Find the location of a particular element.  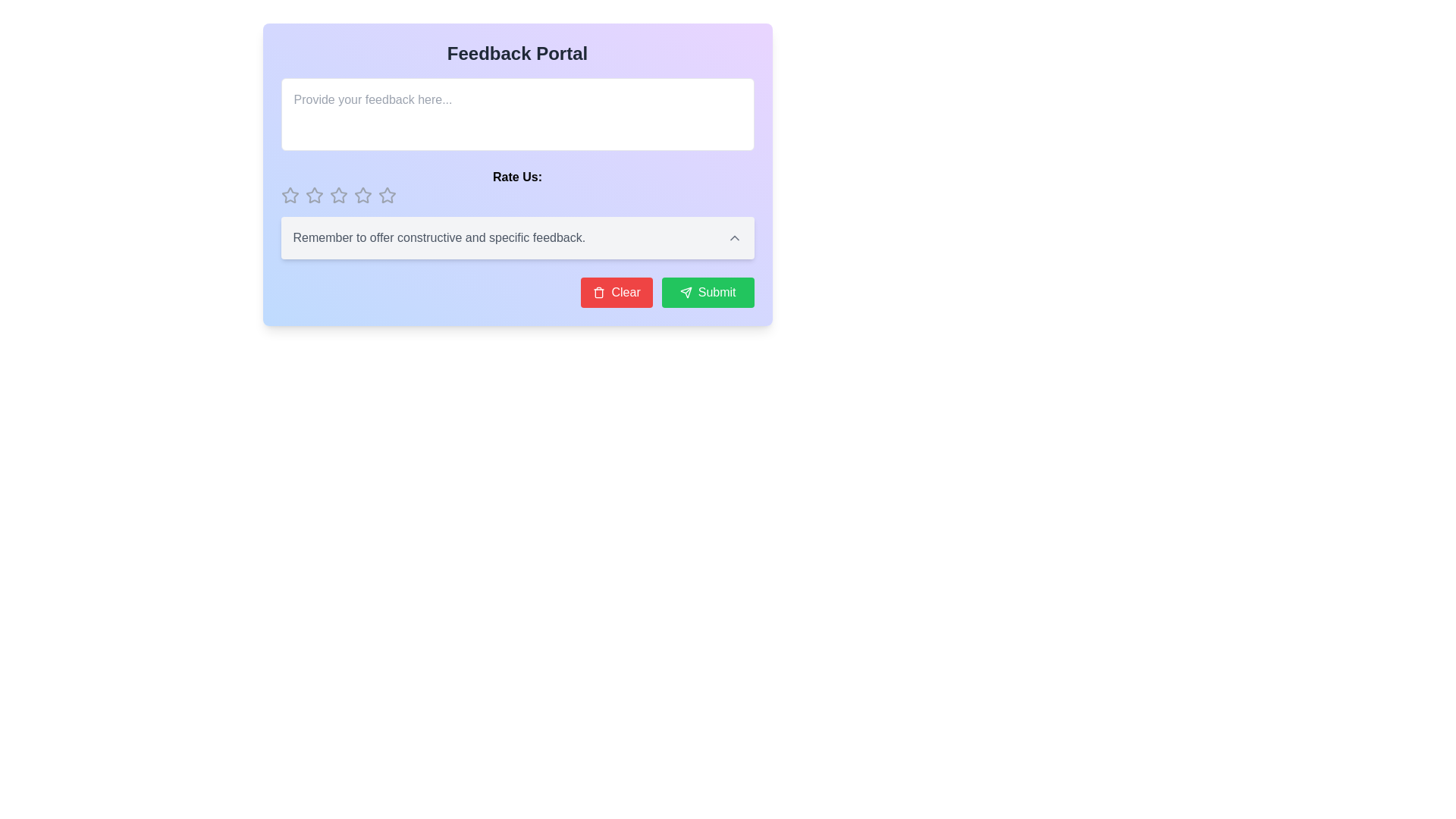

the fifth star rating icon located below the 'Rate Us:' text field is located at coordinates (362, 195).